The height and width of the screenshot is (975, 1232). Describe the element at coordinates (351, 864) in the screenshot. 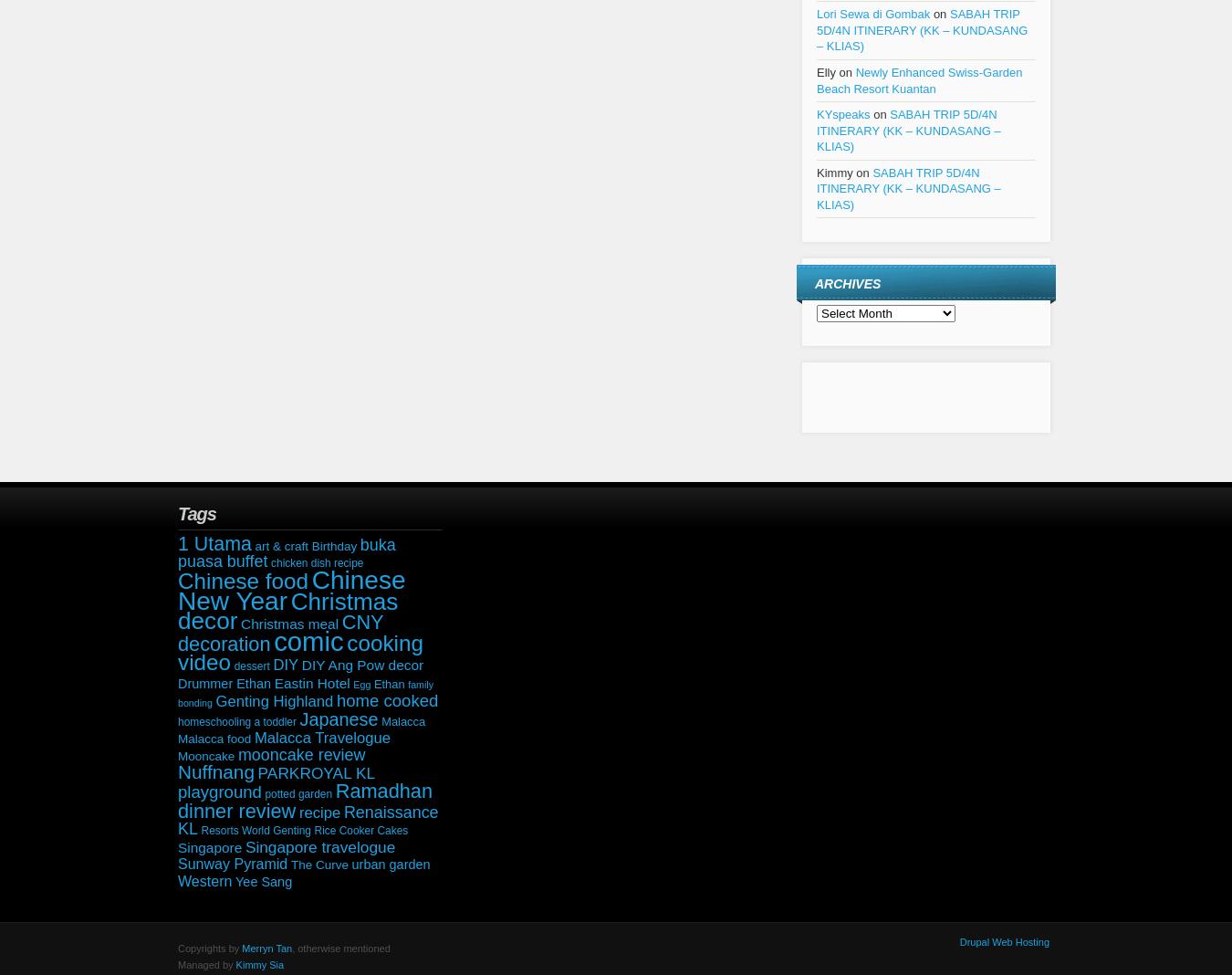

I see `'urban garden'` at that location.